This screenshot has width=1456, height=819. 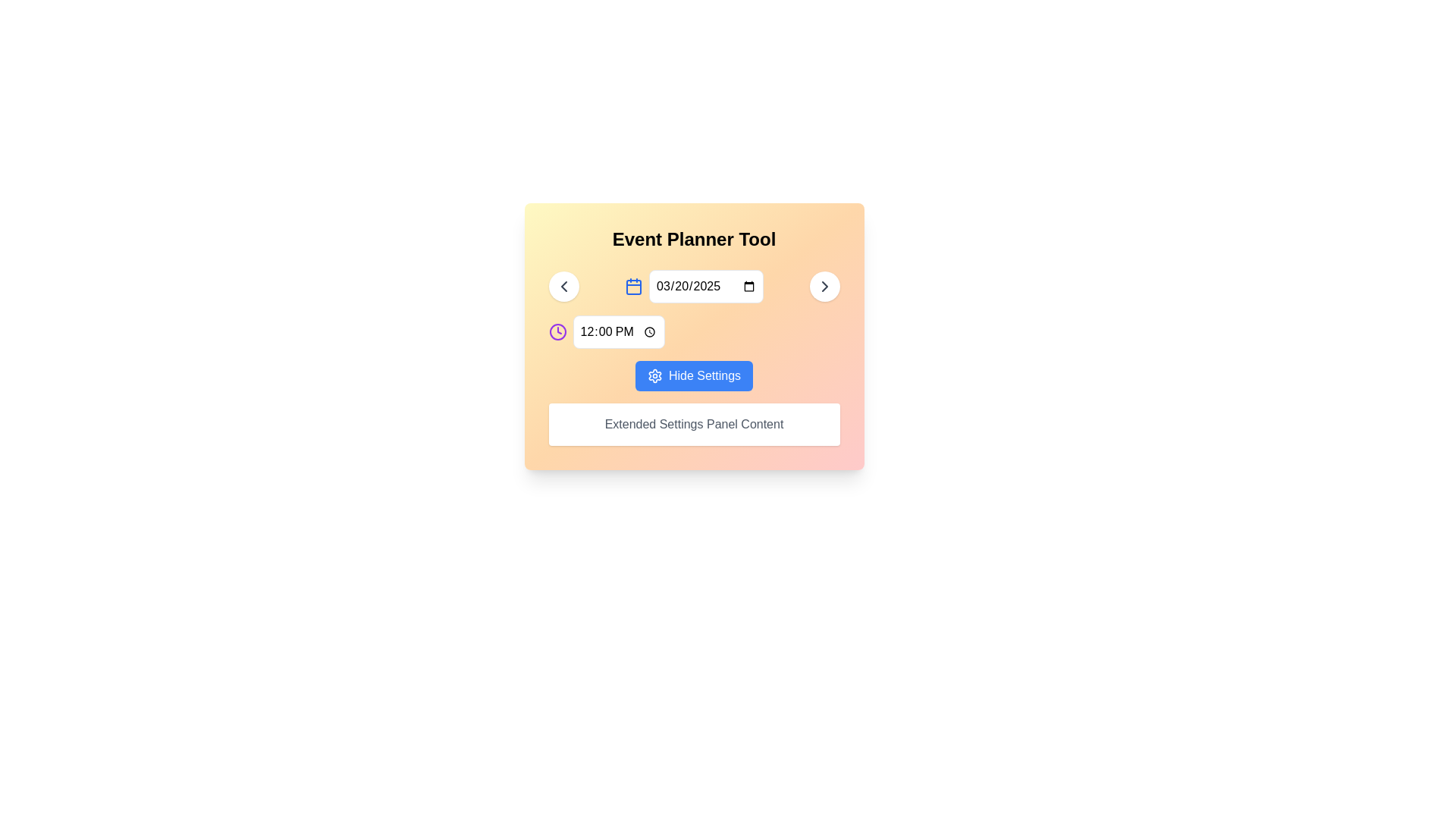 What do you see at coordinates (693, 375) in the screenshot?
I see `the 'Hide Settings' button, which has a blue background, rounded corners, and white text with a settings gear icon, to check if a context menu appears` at bounding box center [693, 375].